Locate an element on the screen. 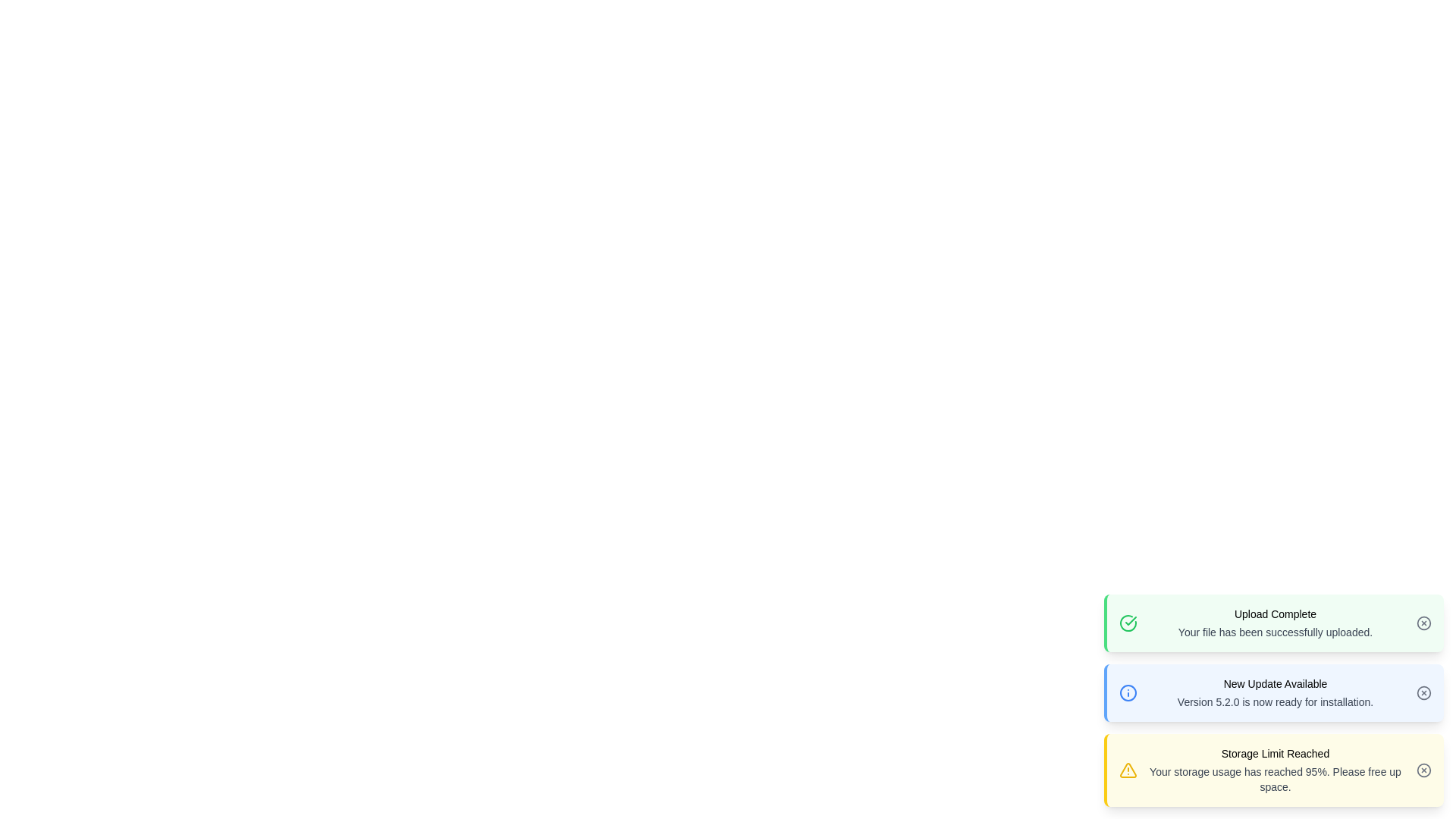  the title text of the warning notification informing about storage limits being reached, located at the bottom of the notification stack is located at coordinates (1274, 754).